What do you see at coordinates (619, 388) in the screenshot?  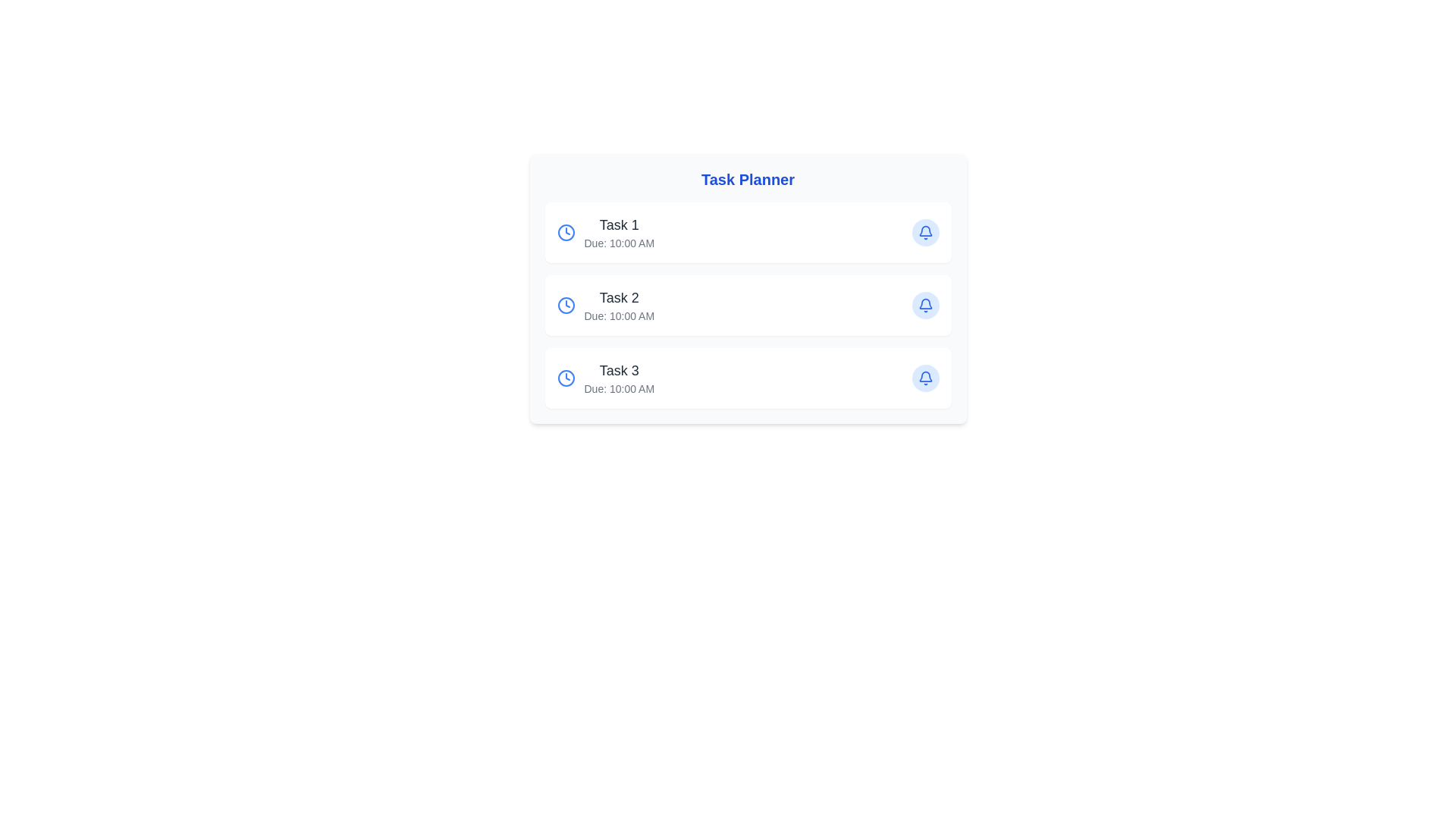 I see `the text label displaying 'Due: 10:00 AM' that is styled in small, gray font and positioned directly below the 'Task 3' heading` at bounding box center [619, 388].